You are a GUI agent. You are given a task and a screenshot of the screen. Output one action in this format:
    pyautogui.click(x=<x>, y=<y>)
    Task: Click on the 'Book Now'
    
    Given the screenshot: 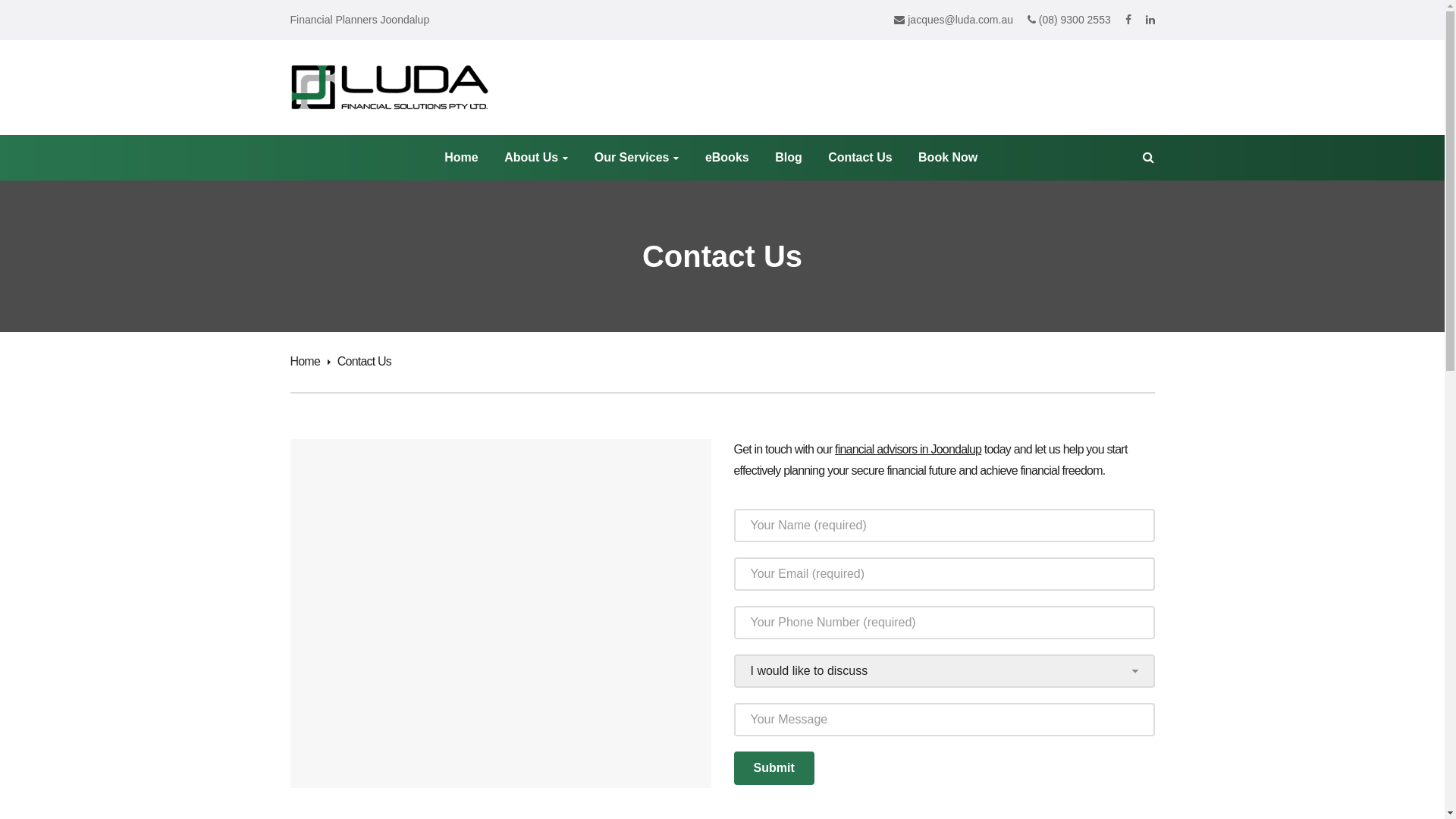 What is the action you would take?
    pyautogui.click(x=917, y=158)
    